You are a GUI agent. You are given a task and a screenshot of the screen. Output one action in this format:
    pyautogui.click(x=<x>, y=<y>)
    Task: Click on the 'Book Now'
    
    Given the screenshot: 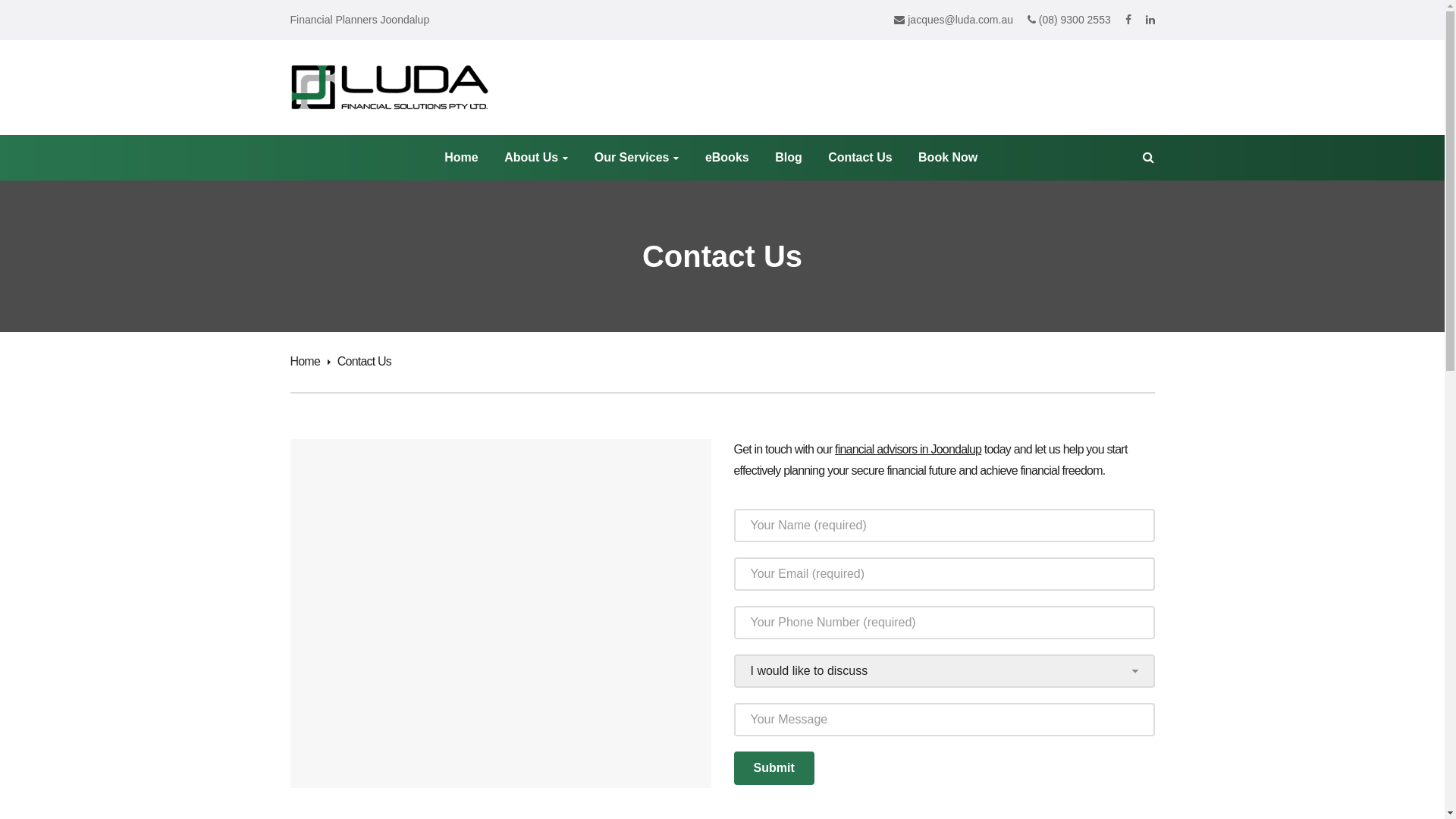 What is the action you would take?
    pyautogui.click(x=917, y=158)
    